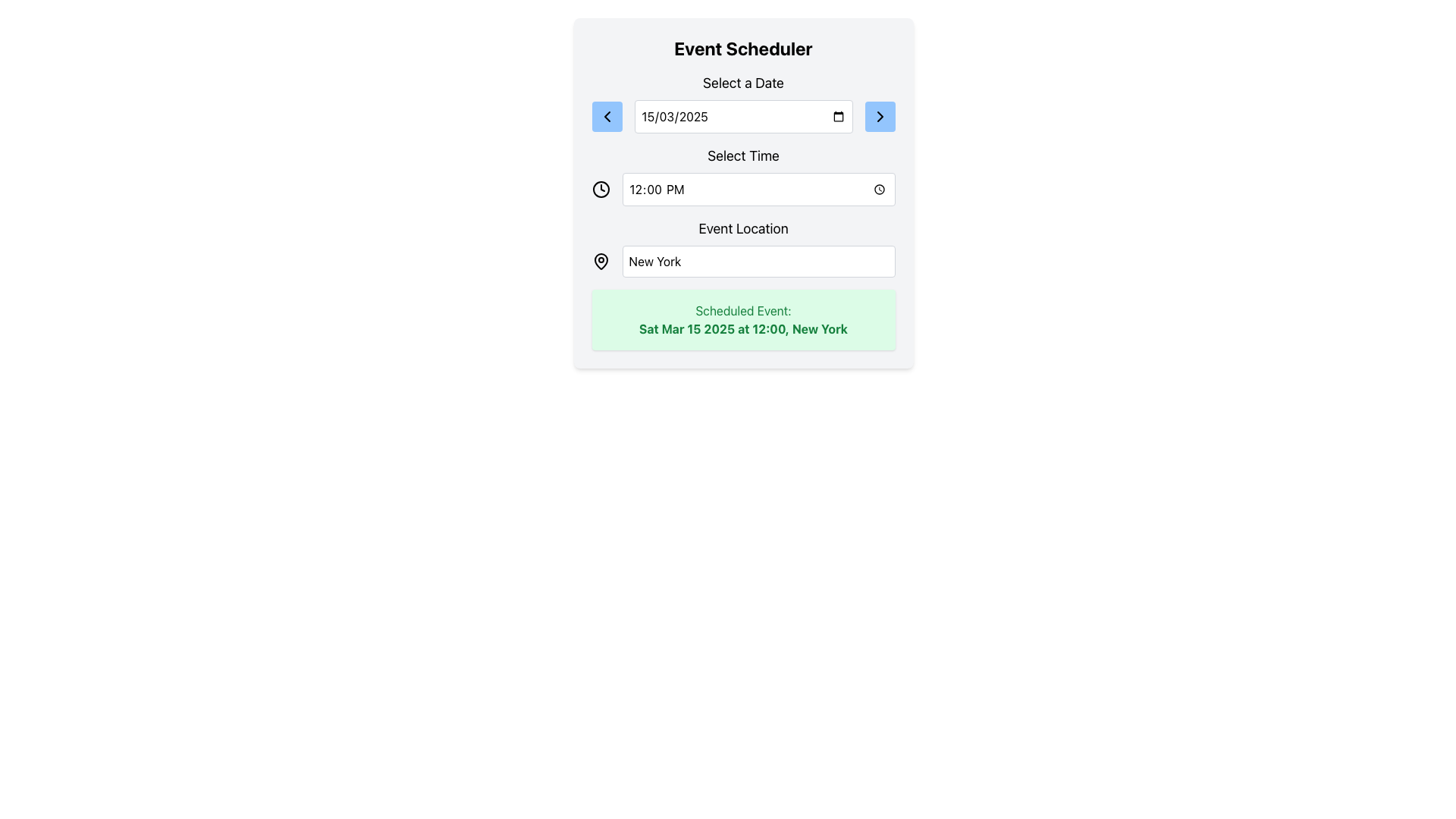 Image resolution: width=1456 pixels, height=819 pixels. Describe the element at coordinates (743, 155) in the screenshot. I see `the 'Select Time' label, which is a bold textual label indicating where users can set the desired time in the scheduling interface` at that location.